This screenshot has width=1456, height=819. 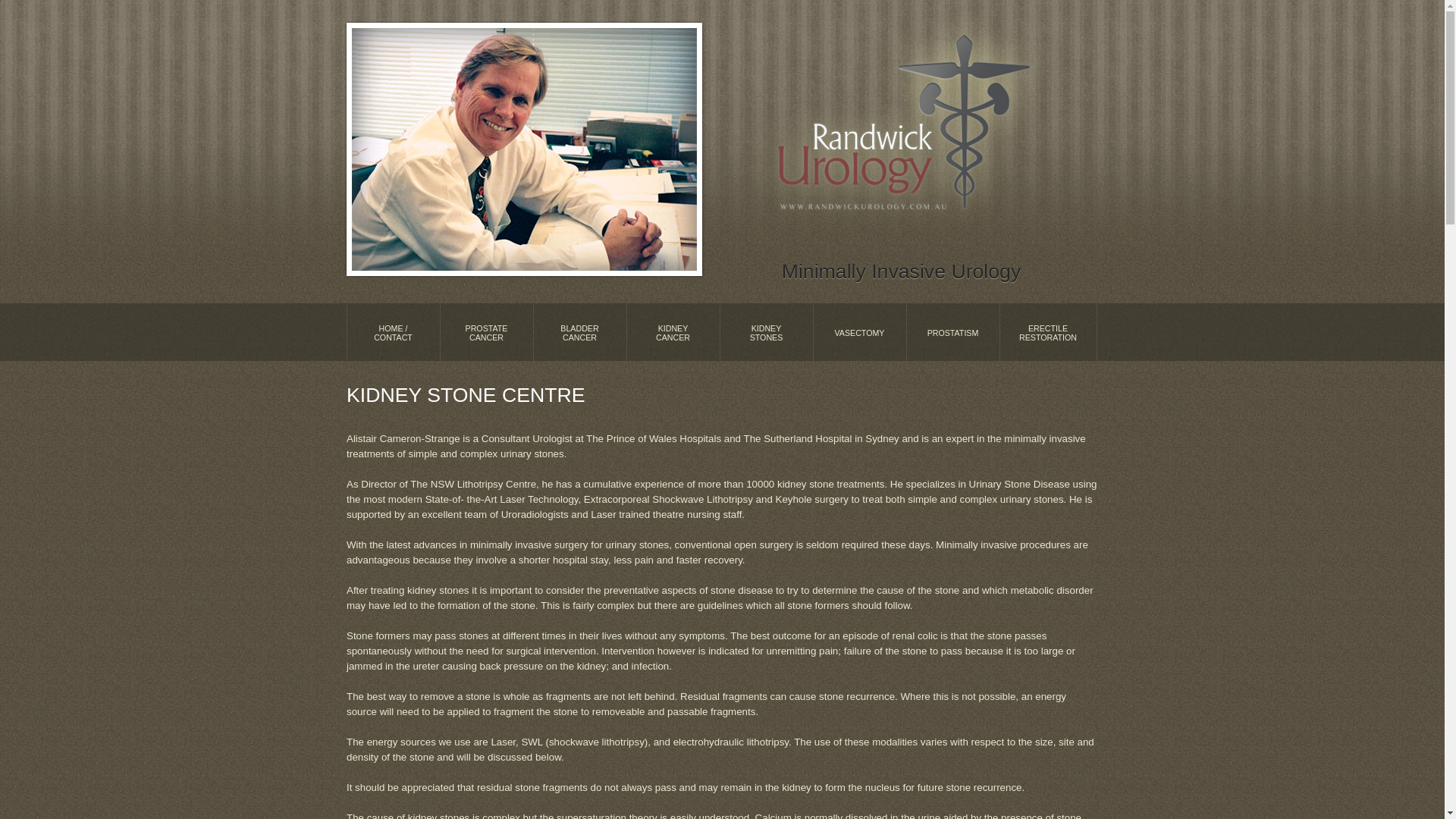 What do you see at coordinates (579, 331) in the screenshot?
I see `'BLADDER` at bounding box center [579, 331].